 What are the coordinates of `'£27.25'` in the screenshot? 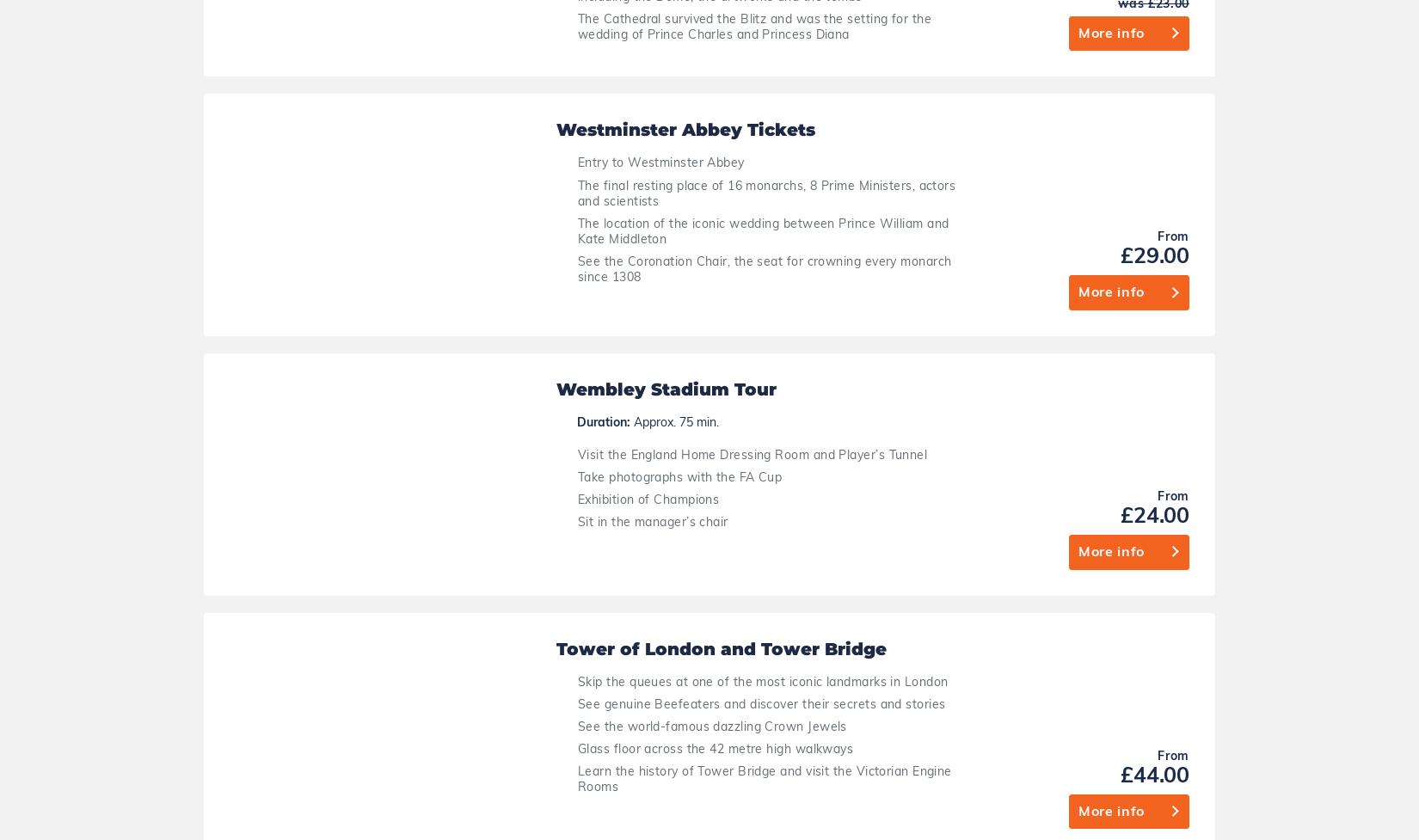 It's located at (1314, 725).